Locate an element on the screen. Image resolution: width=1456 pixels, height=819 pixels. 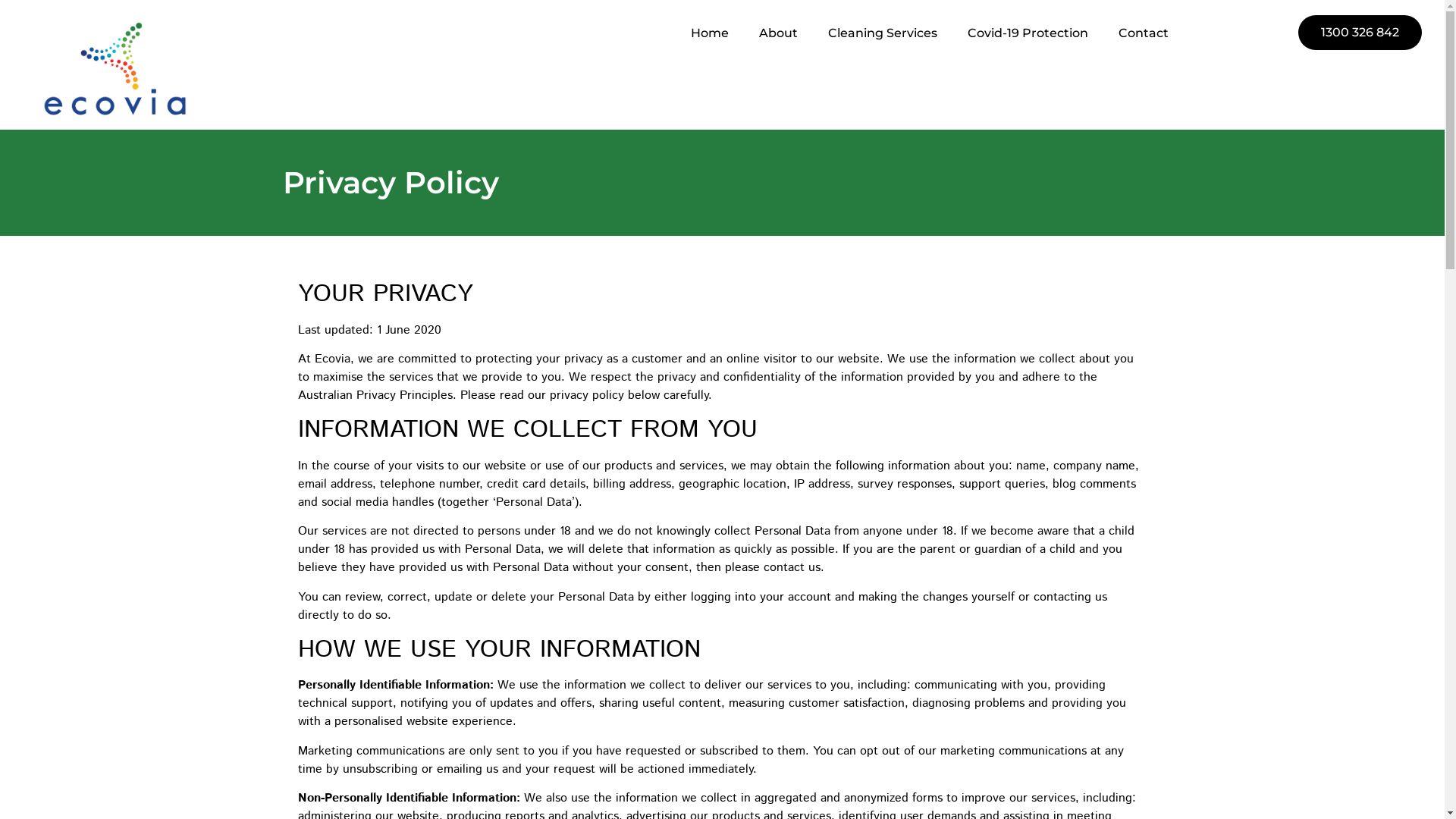
'1300 326 842' is located at coordinates (1360, 32).